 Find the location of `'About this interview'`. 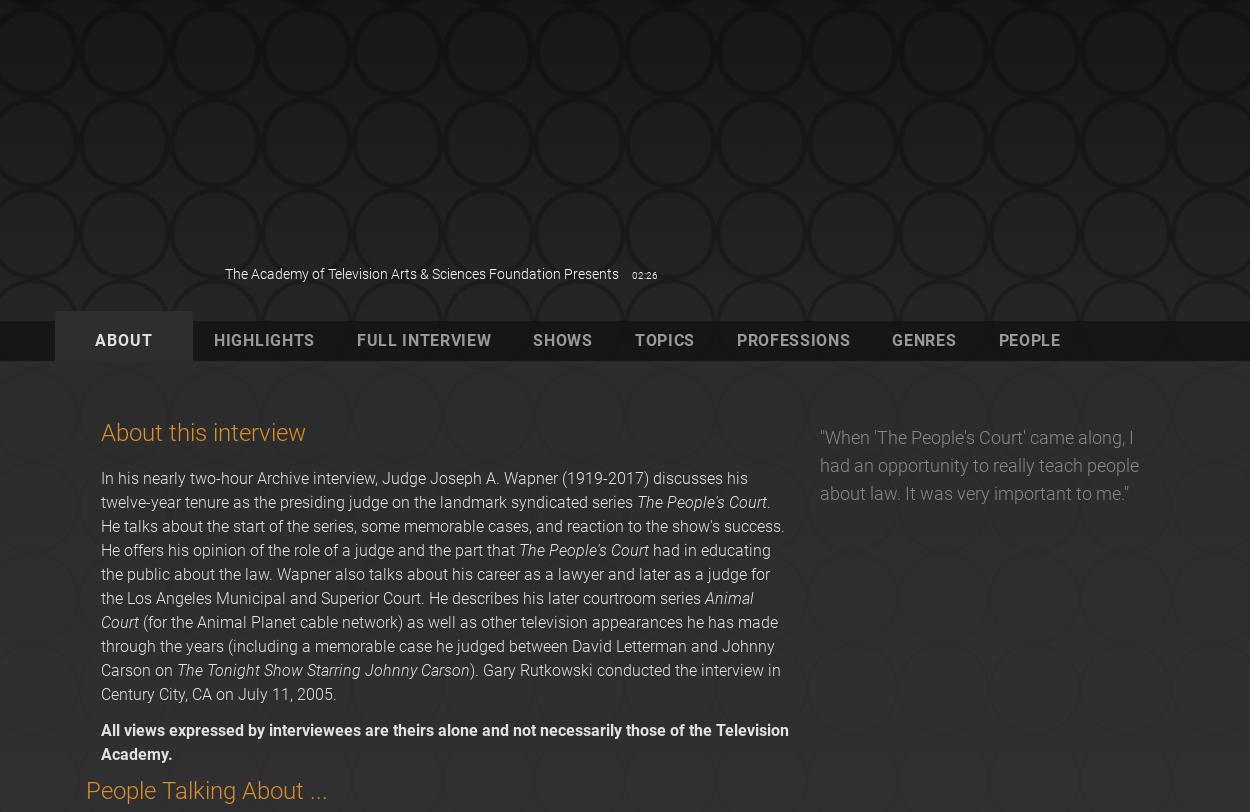

'About this interview' is located at coordinates (202, 431).